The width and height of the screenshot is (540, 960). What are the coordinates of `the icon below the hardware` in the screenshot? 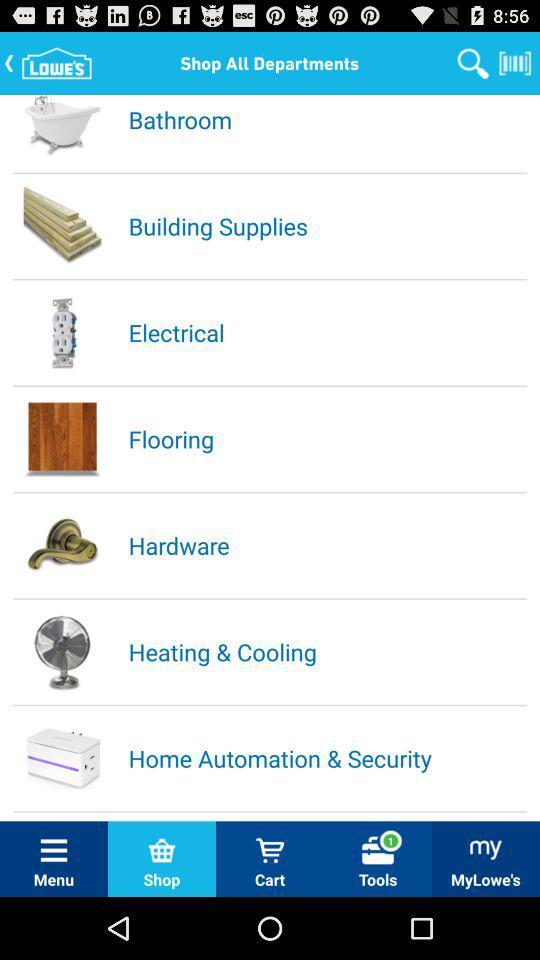 It's located at (326, 650).